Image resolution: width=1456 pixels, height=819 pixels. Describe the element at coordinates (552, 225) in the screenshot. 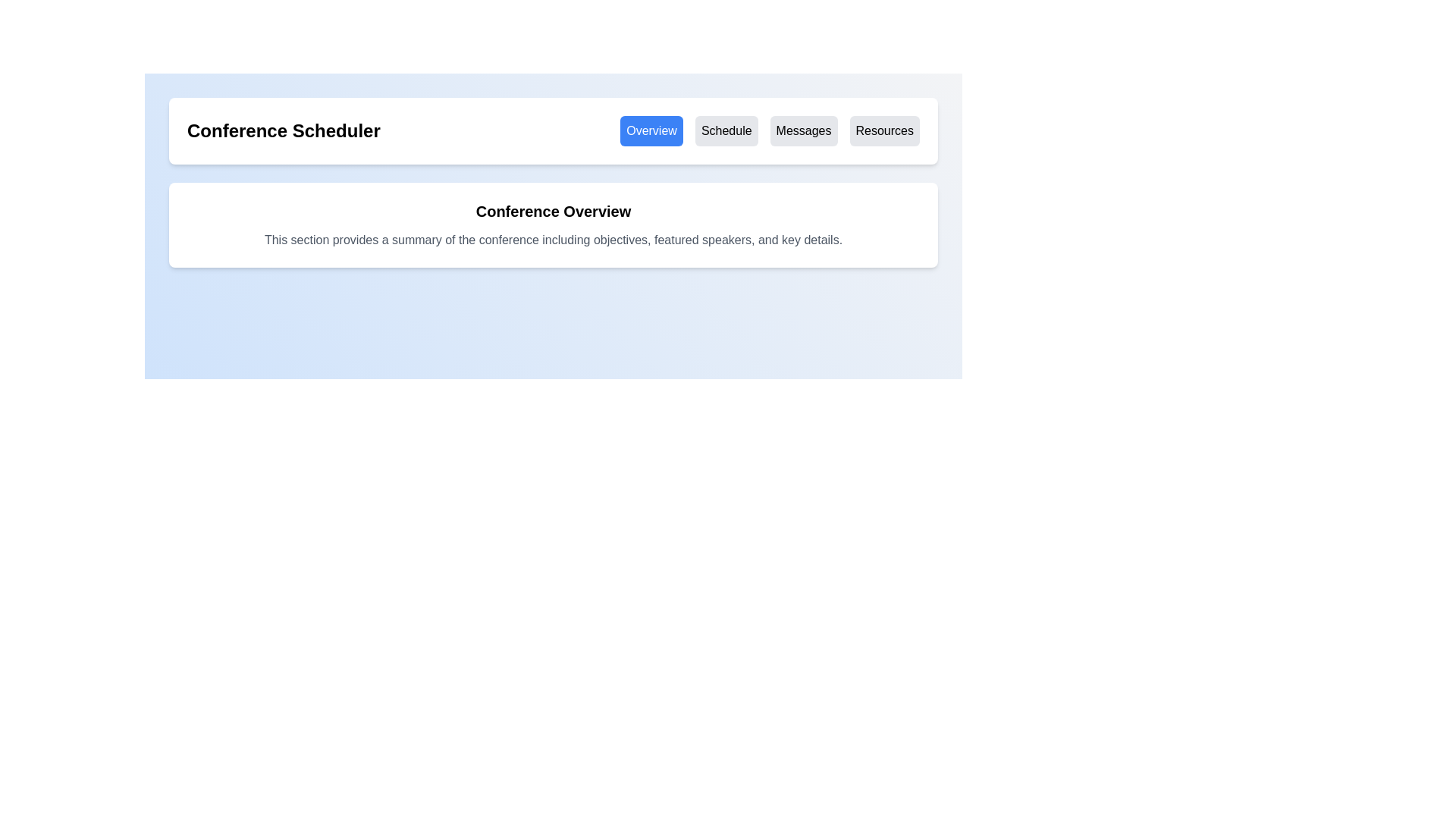

I see `the Information Section element titled 'Conference Overview', which is visually distinct with a bold heading and descriptive paragraph, located centrally below the navigation bar` at that location.